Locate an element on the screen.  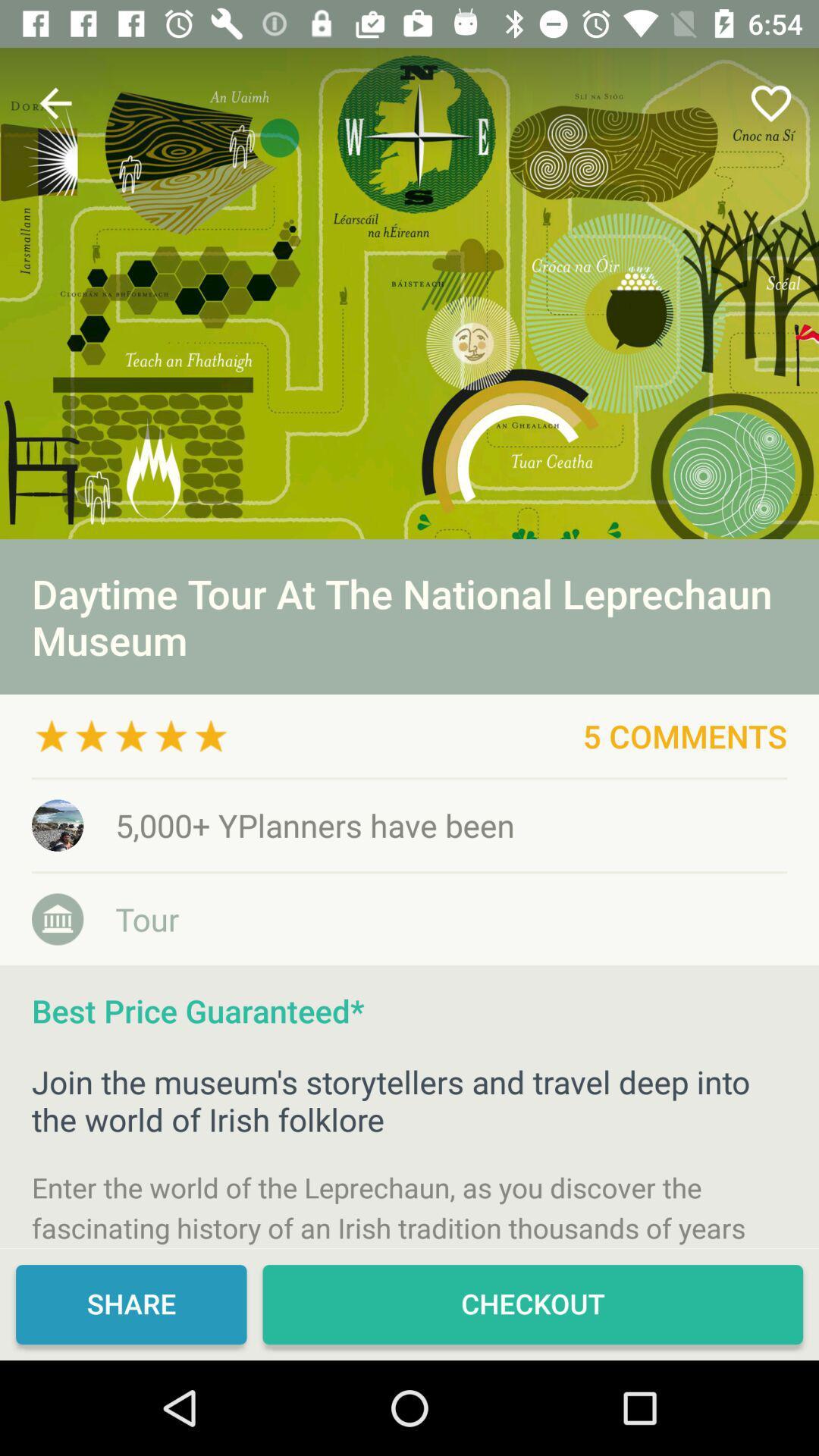
its an advertisement is located at coordinates (409, 293).